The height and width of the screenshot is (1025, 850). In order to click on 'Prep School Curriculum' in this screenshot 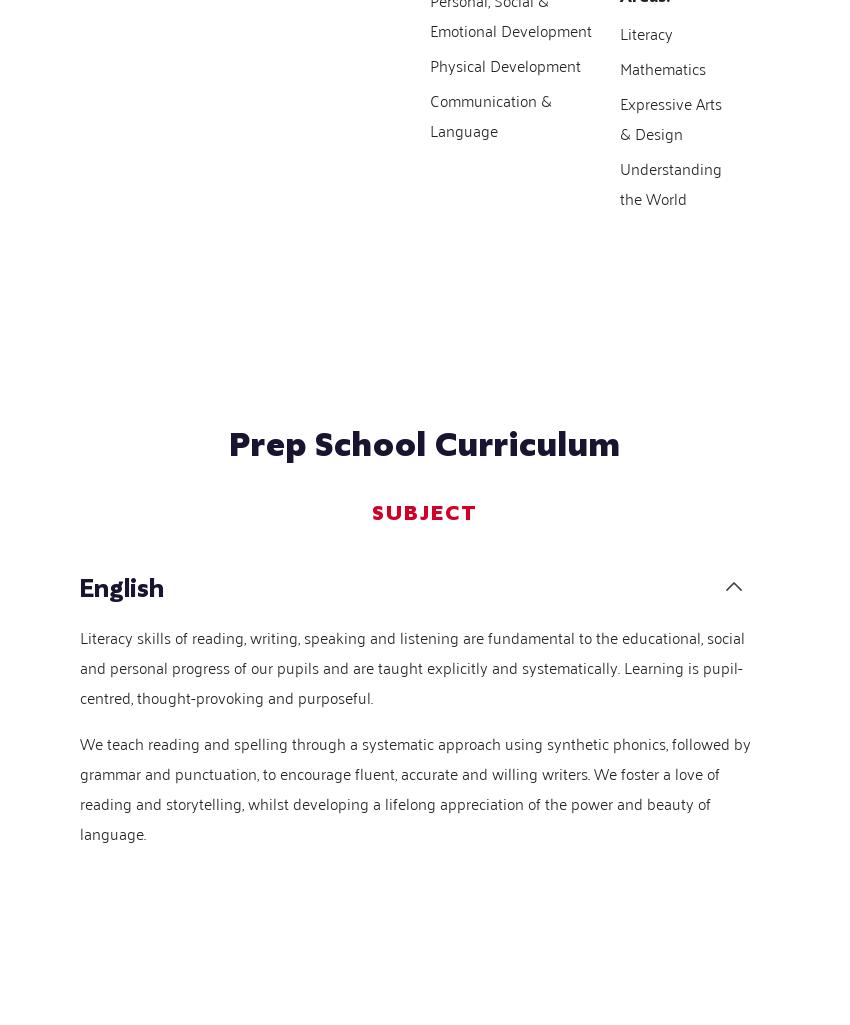, I will do `click(424, 444)`.